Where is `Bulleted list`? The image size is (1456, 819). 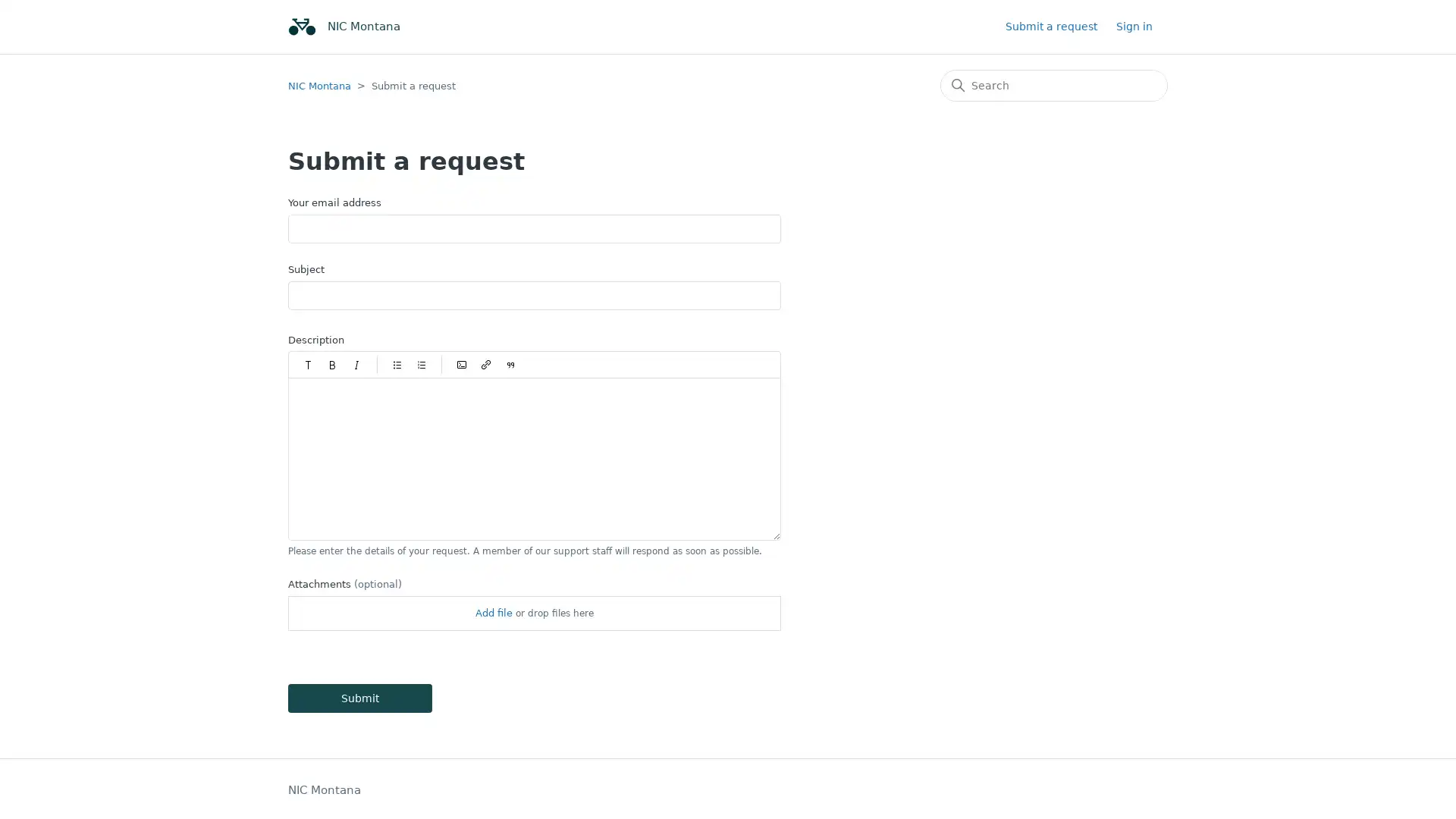 Bulleted list is located at coordinates (397, 365).